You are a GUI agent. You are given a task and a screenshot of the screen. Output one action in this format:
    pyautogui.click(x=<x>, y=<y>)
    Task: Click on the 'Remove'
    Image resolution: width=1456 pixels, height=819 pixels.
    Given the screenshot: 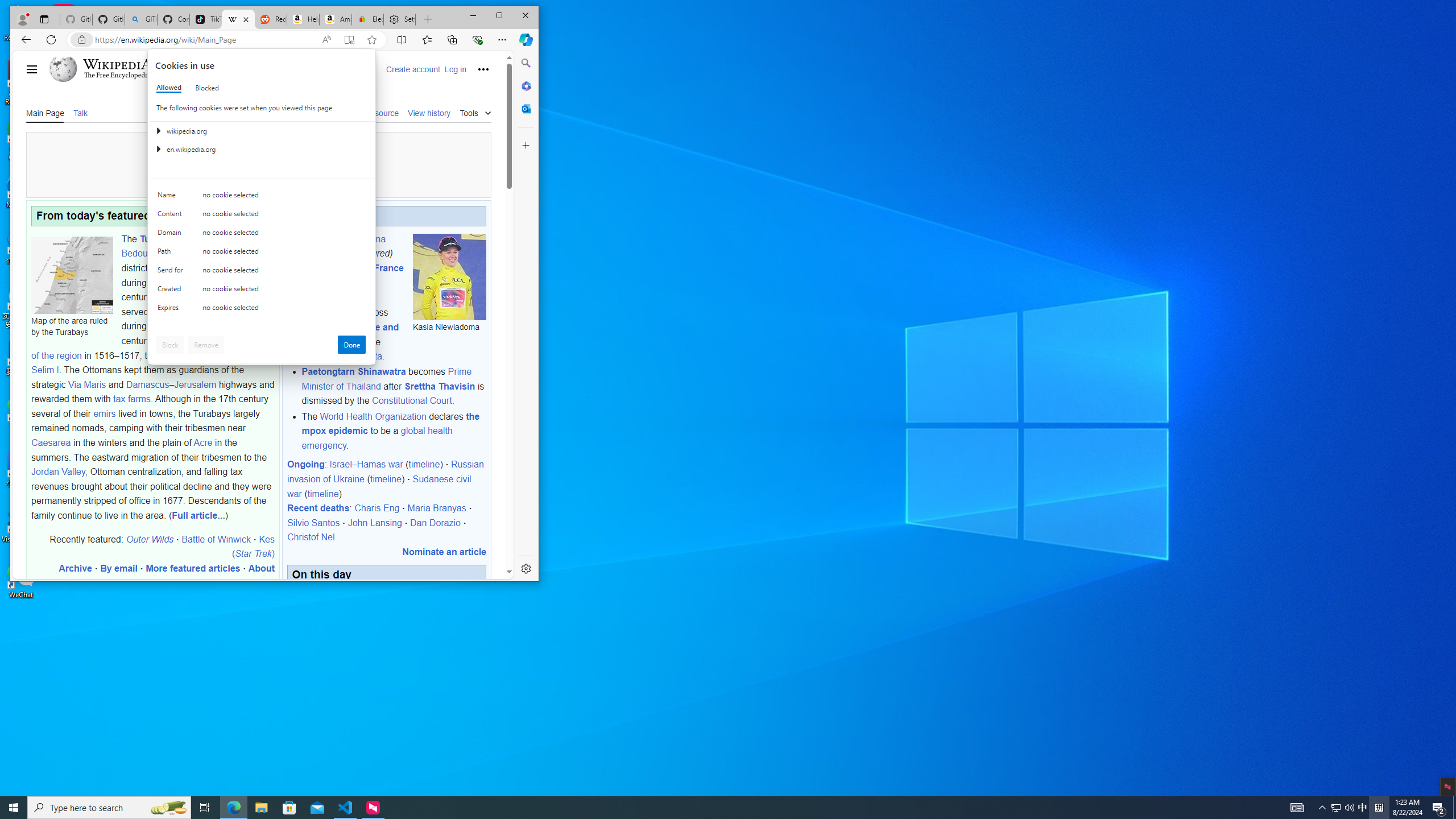 What is the action you would take?
    pyautogui.click(x=206, y=344)
    